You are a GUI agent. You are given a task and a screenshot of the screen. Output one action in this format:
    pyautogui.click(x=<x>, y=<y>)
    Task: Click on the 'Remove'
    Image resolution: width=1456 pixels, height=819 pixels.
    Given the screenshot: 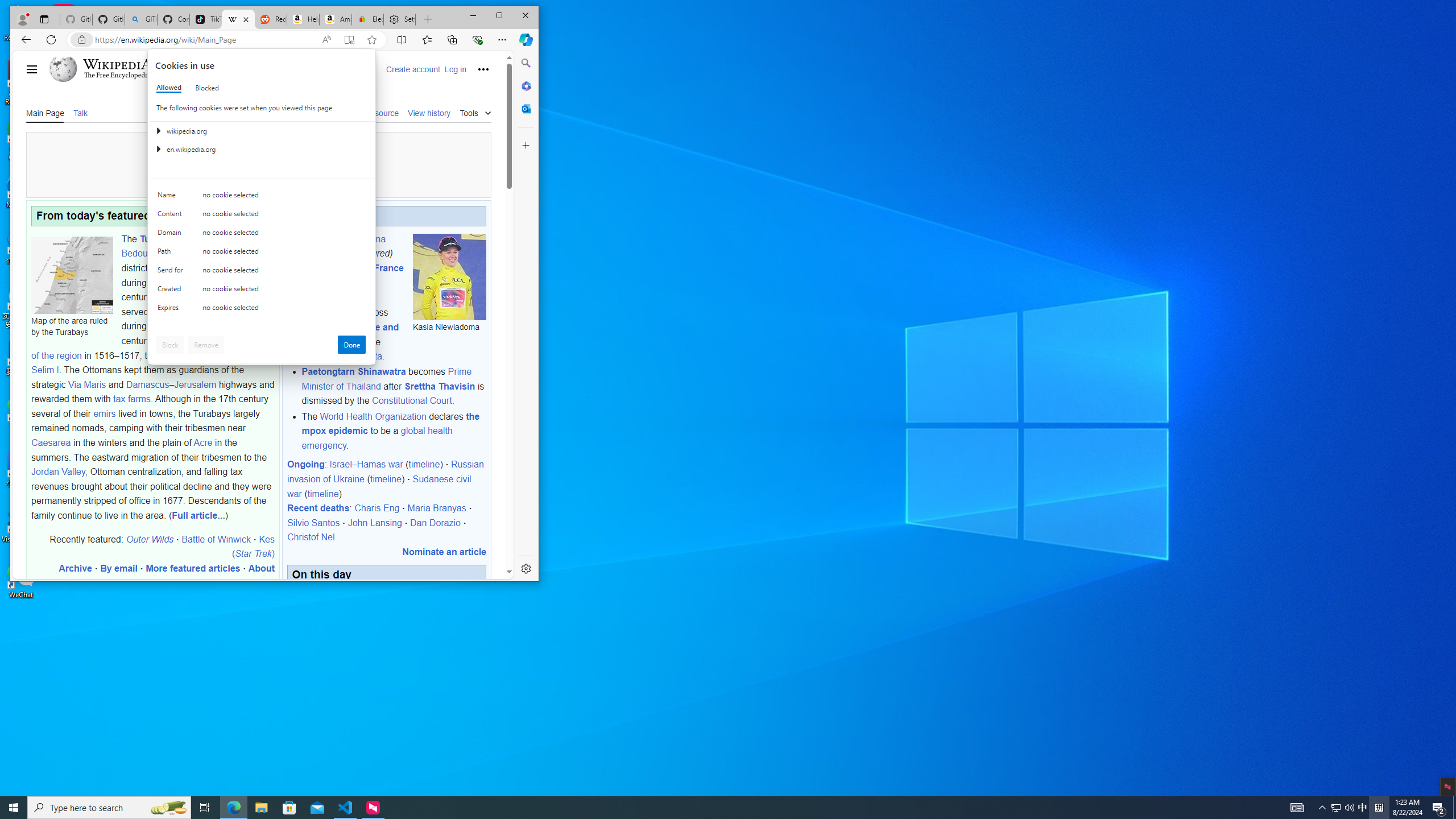 What is the action you would take?
    pyautogui.click(x=206, y=344)
    